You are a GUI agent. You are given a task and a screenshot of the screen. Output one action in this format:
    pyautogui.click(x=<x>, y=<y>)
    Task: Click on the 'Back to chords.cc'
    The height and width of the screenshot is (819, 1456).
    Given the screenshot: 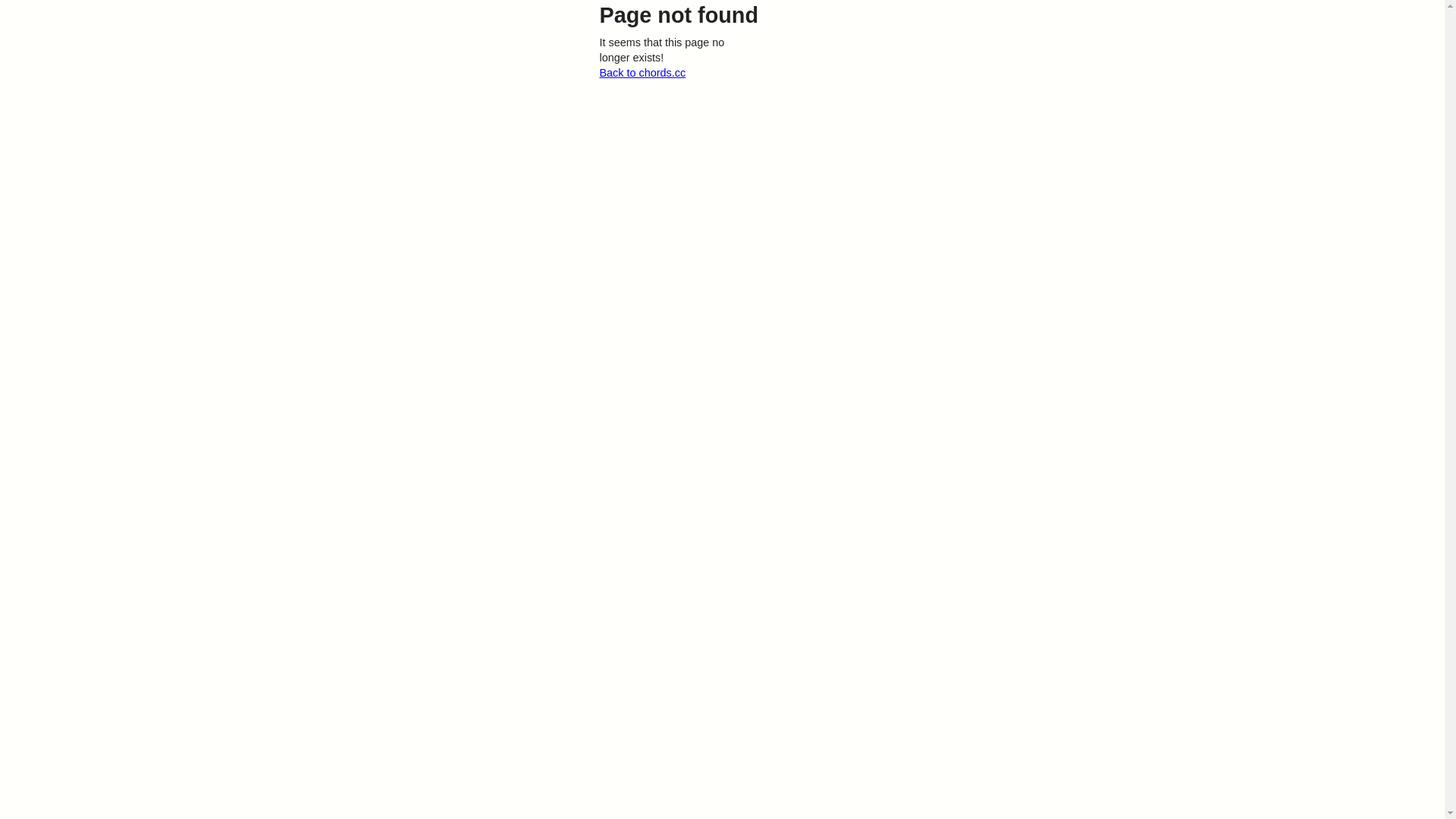 What is the action you would take?
    pyautogui.click(x=598, y=73)
    